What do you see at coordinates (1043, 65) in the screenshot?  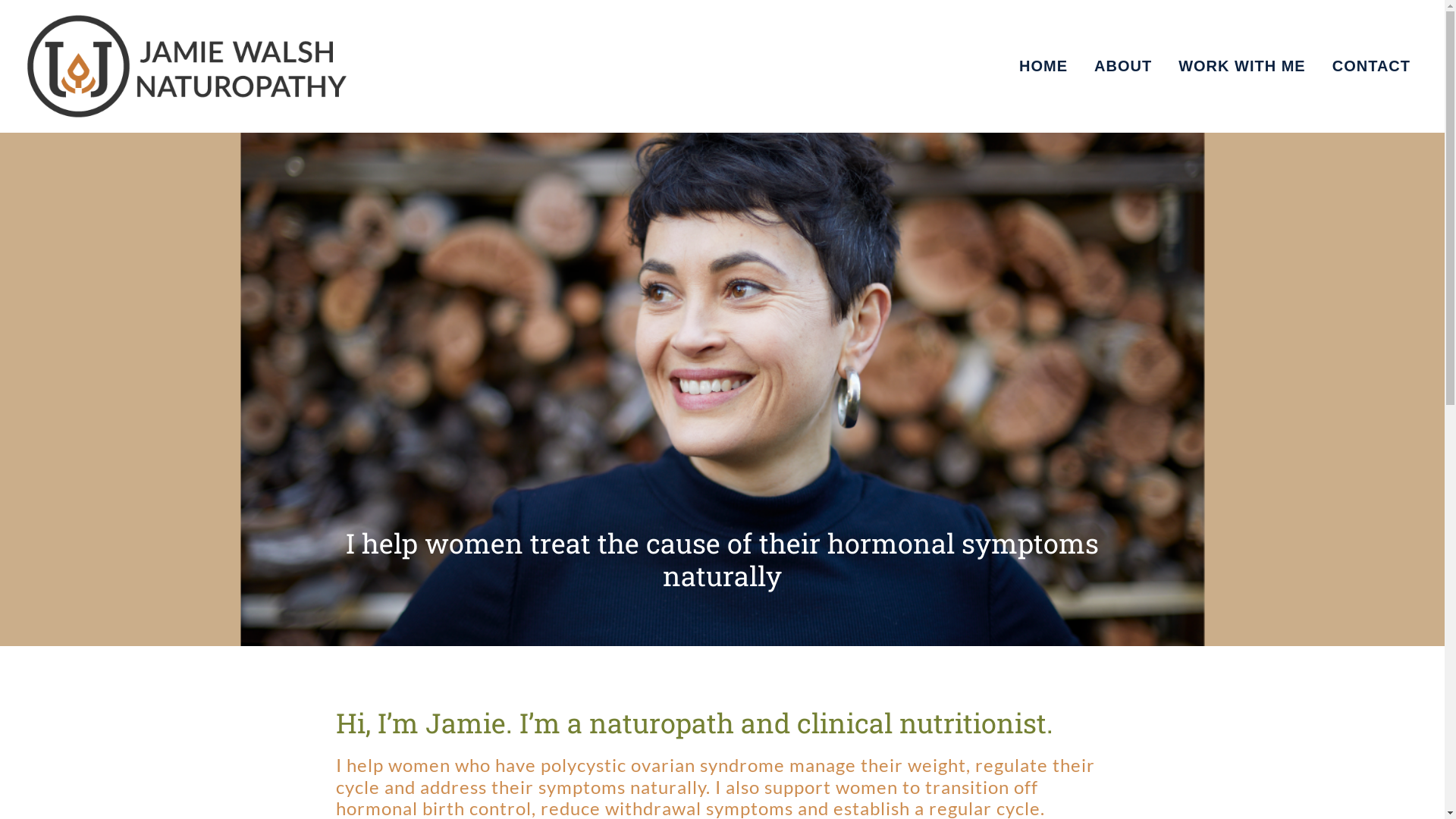 I see `'HOME'` at bounding box center [1043, 65].